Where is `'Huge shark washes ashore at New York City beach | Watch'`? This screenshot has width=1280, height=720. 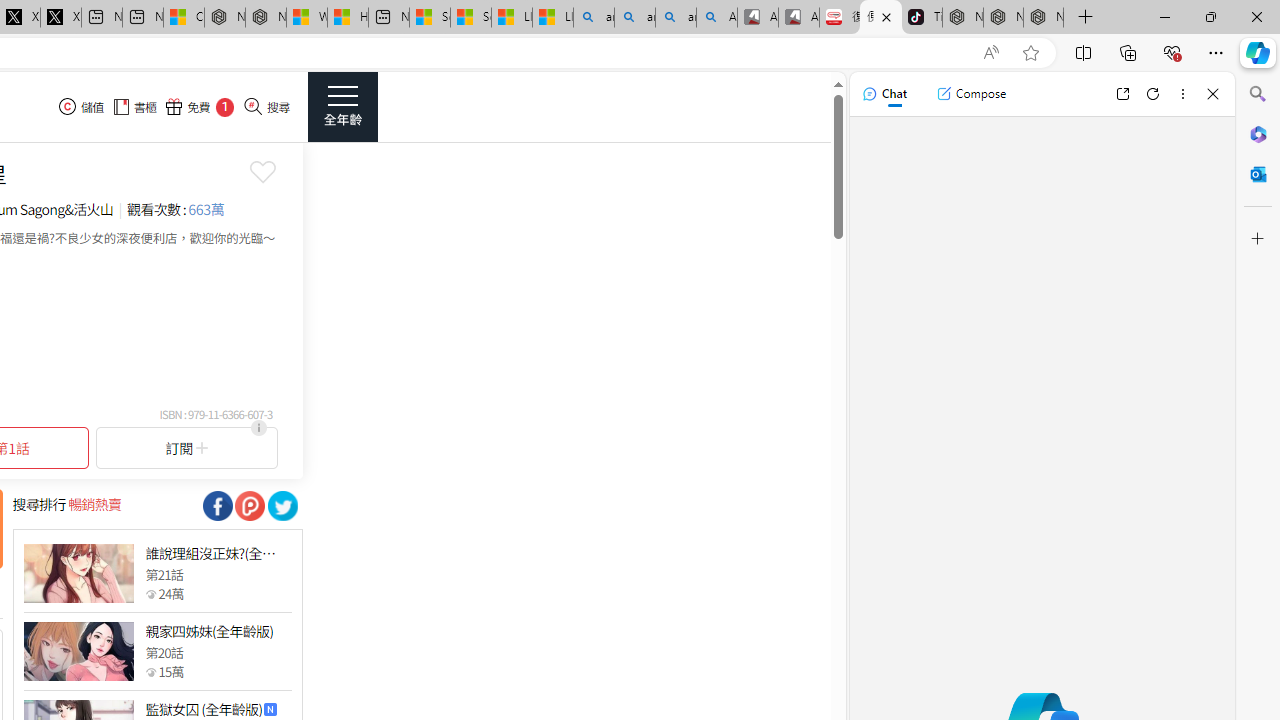 'Huge shark washes ashore at New York City beach | Watch' is located at coordinates (348, 17).